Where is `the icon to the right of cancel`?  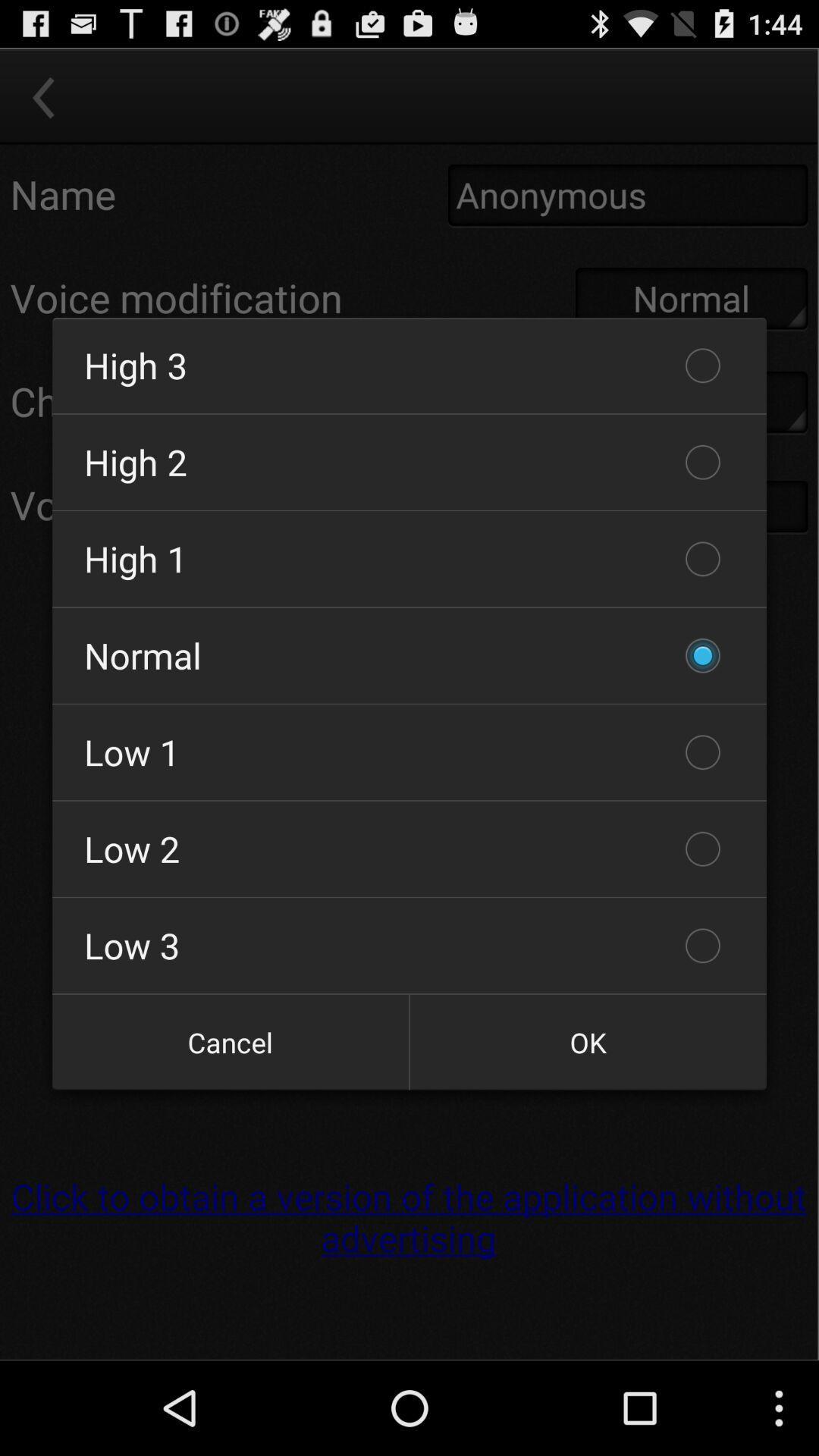
the icon to the right of cancel is located at coordinates (587, 1041).